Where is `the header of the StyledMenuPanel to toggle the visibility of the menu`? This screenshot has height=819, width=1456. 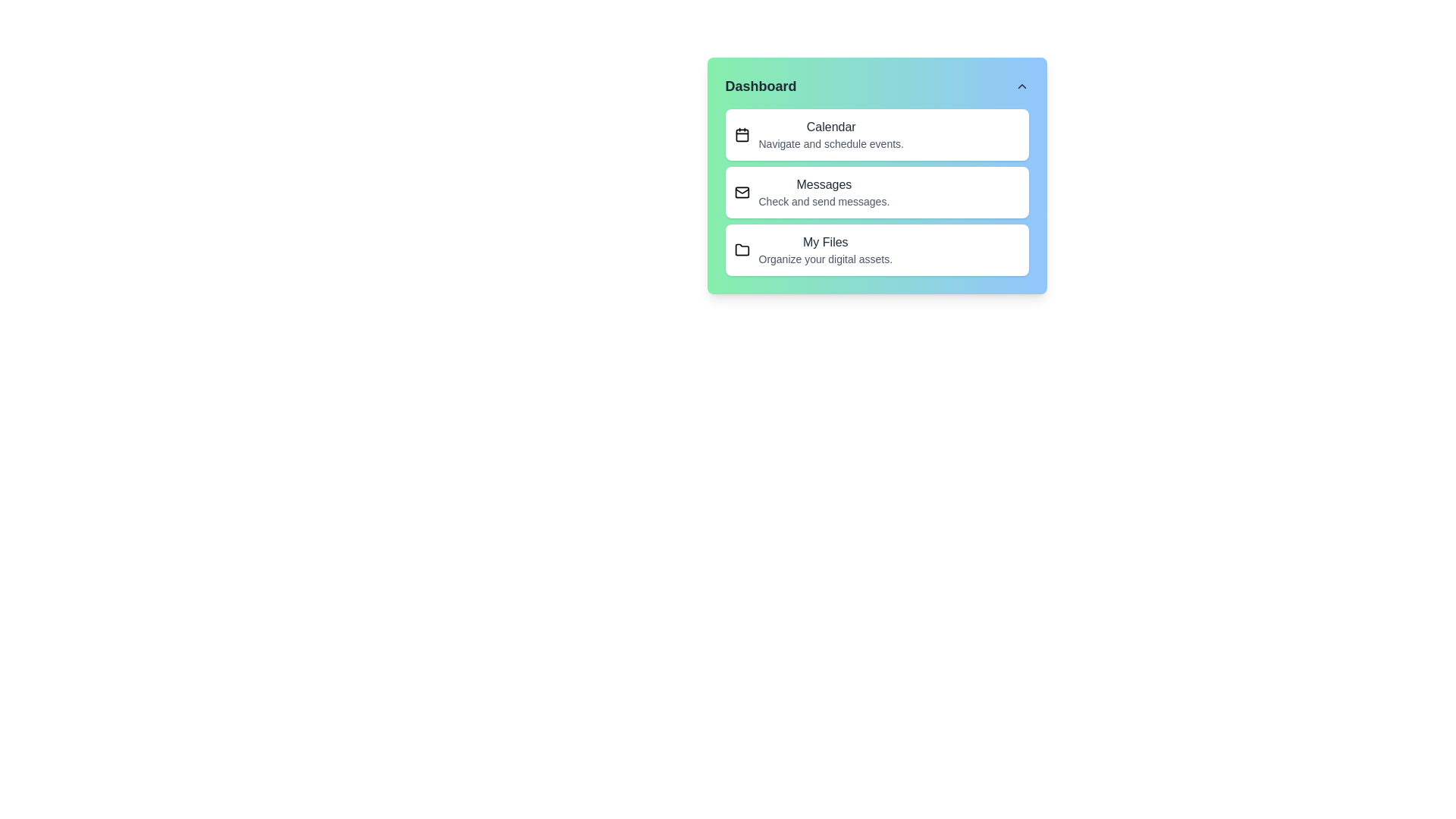
the header of the StyledMenuPanel to toggle the visibility of the menu is located at coordinates (877, 86).